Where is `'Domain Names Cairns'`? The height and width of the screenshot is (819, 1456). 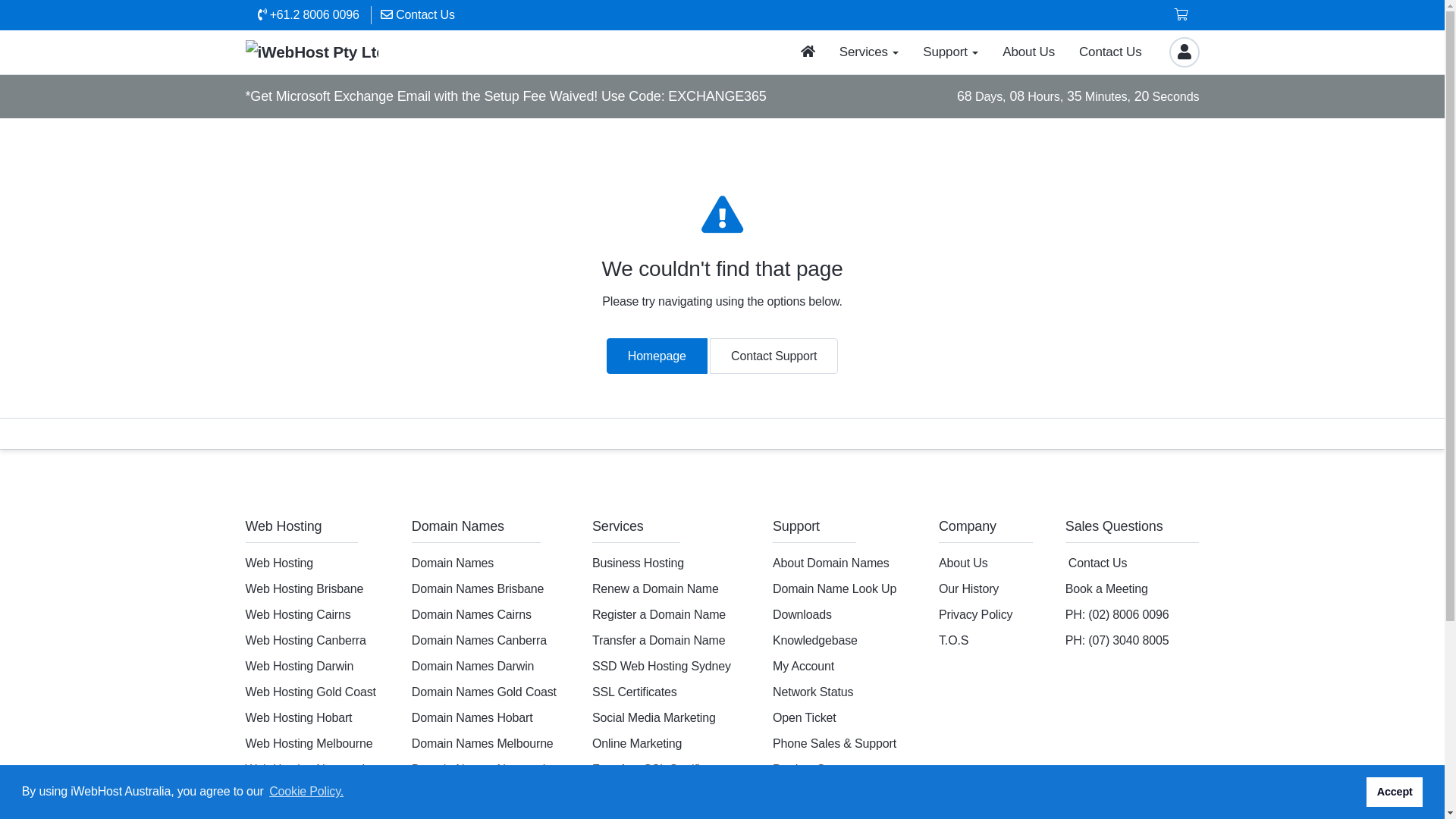 'Domain Names Cairns' is located at coordinates (471, 614).